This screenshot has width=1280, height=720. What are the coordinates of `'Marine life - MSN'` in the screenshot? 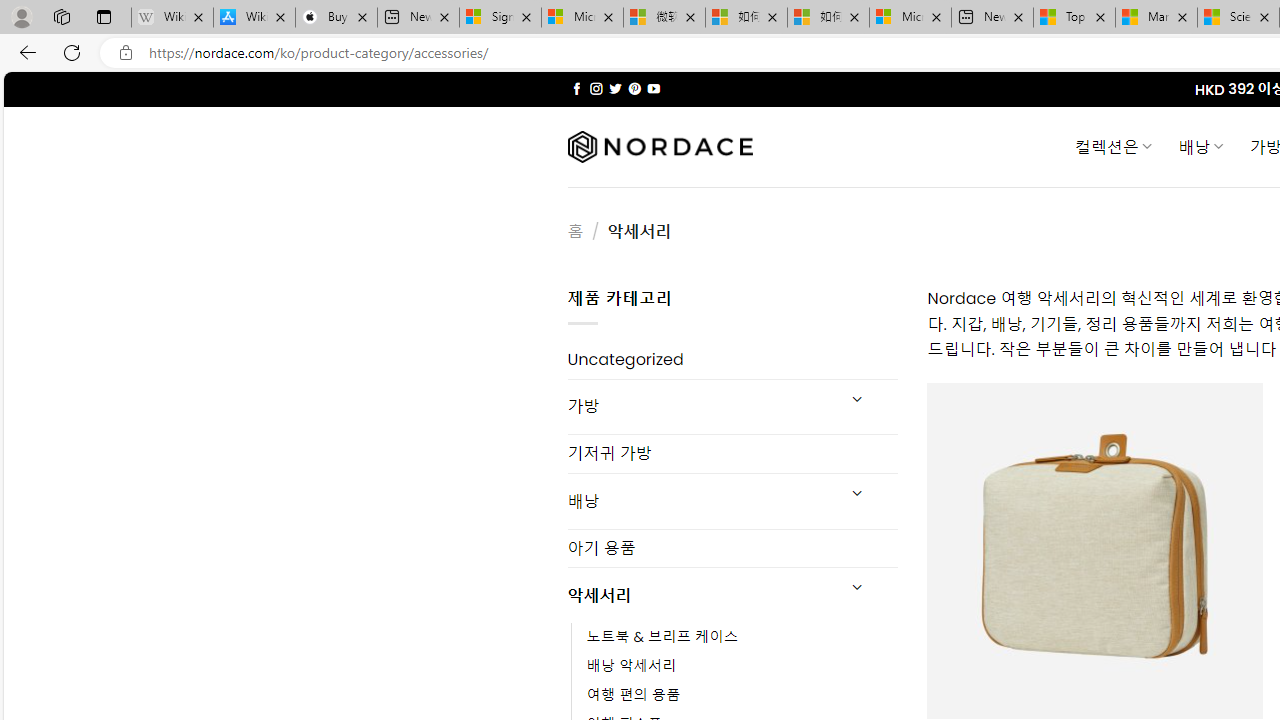 It's located at (1156, 17).